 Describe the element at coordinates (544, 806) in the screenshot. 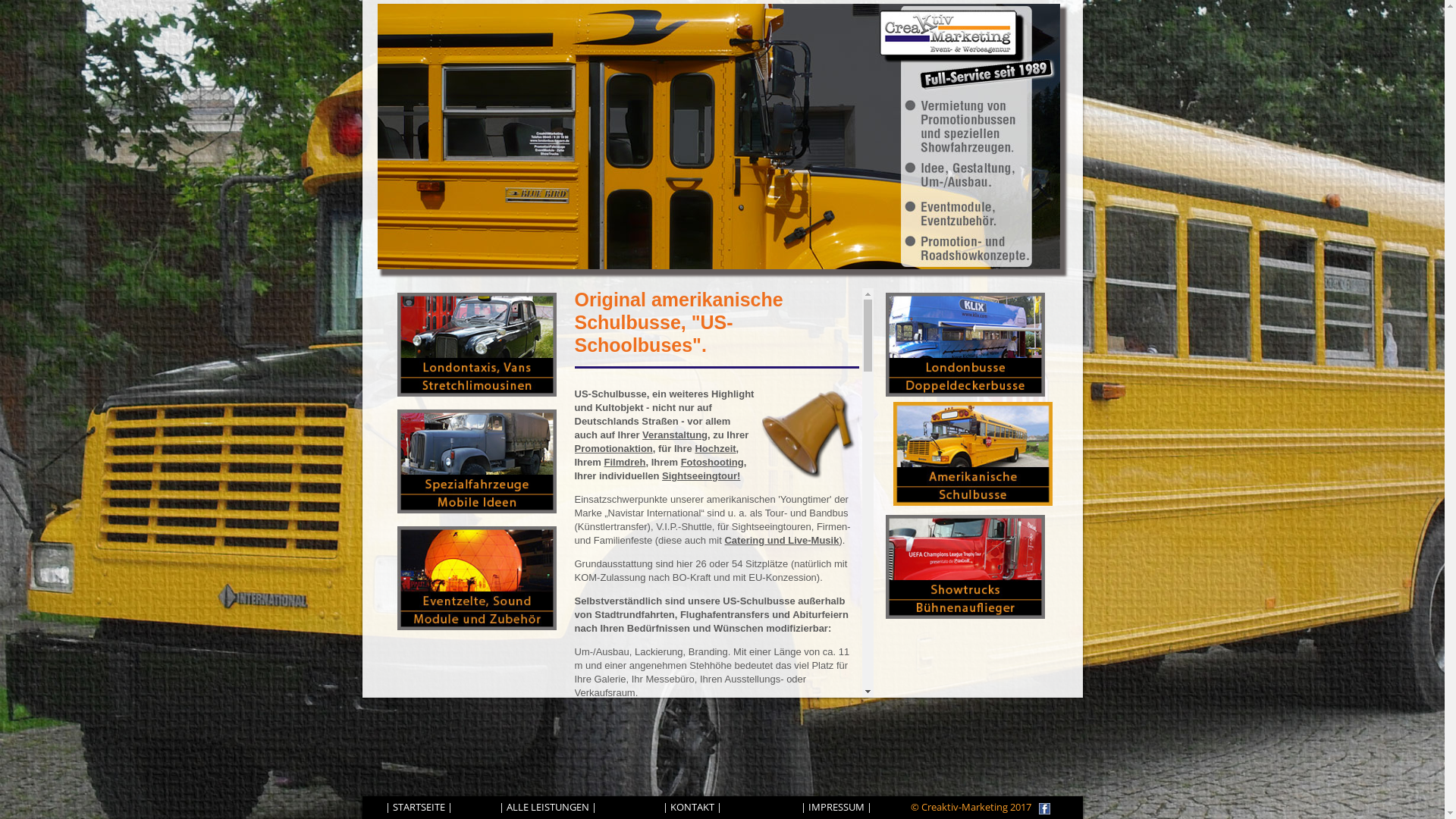

I see `'| ALLE LEISTUNGEN'` at that location.